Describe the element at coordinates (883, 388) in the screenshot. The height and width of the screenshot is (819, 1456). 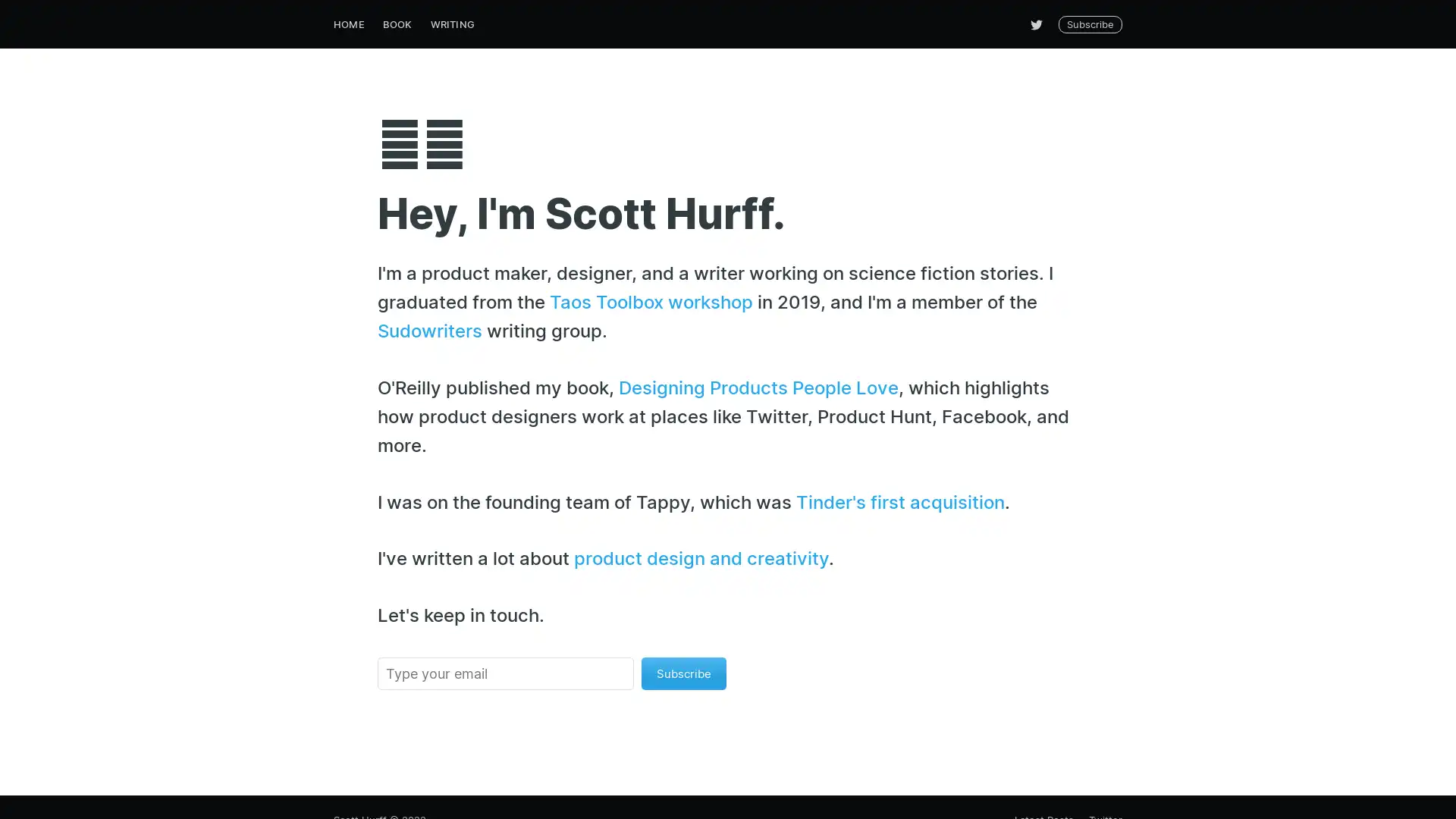
I see `Subscribe` at that location.